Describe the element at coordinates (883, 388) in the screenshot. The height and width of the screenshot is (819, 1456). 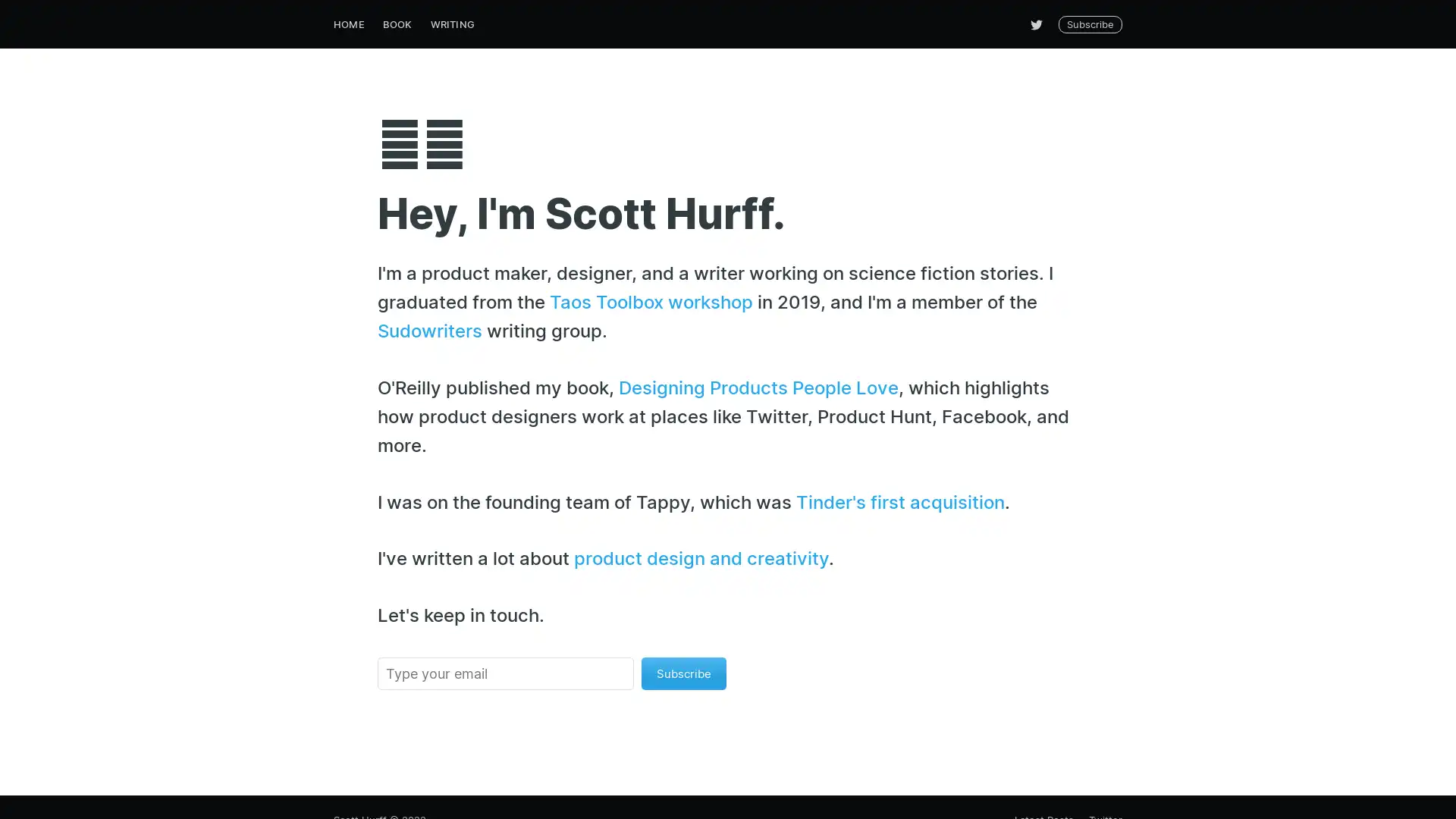
I see `Subscribe` at that location.